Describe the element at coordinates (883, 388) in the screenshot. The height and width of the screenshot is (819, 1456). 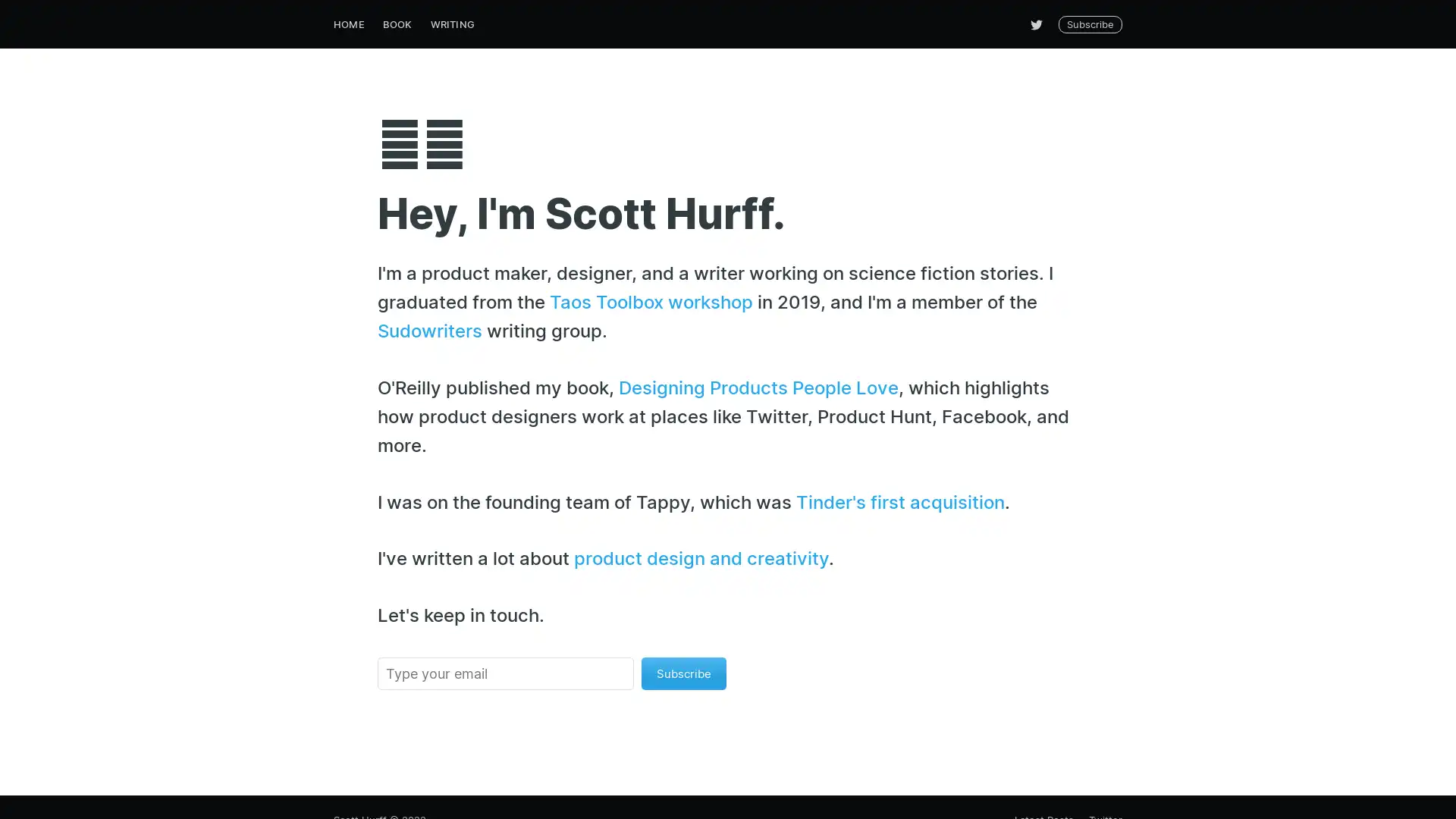
I see `Subscribe` at that location.